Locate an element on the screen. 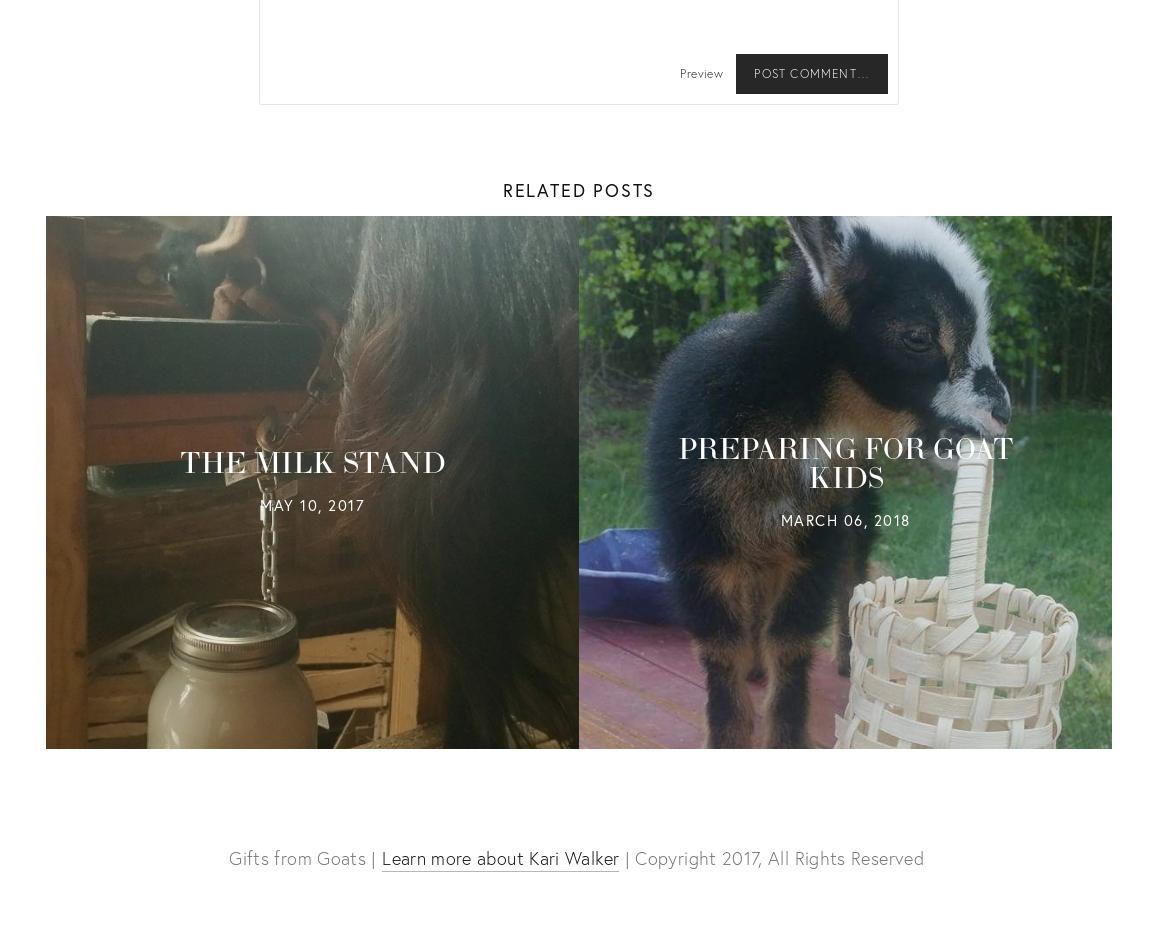  'Post Comment…' is located at coordinates (810, 72).